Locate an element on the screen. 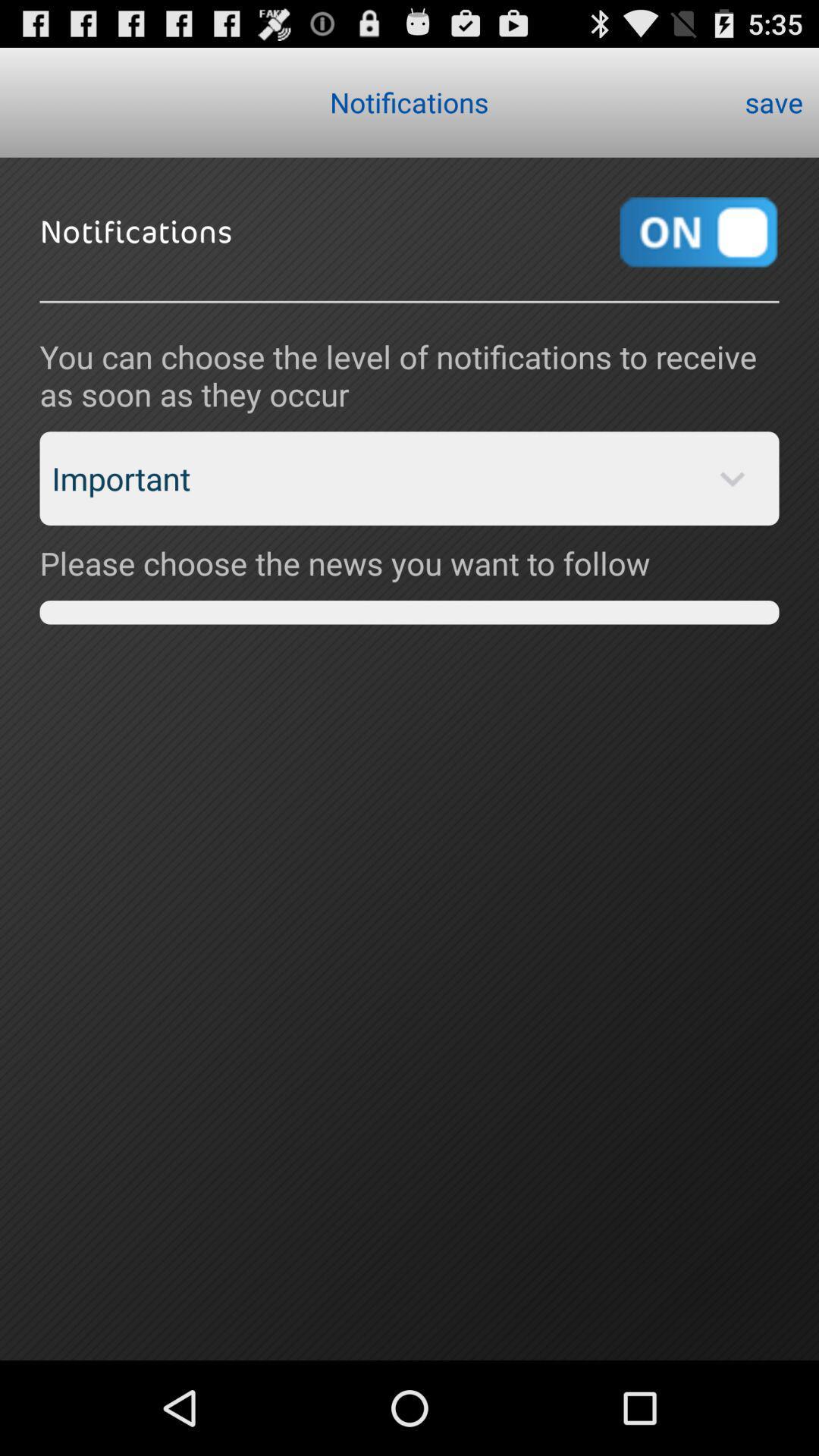 This screenshot has height=1456, width=819. the important item is located at coordinates (409, 478).